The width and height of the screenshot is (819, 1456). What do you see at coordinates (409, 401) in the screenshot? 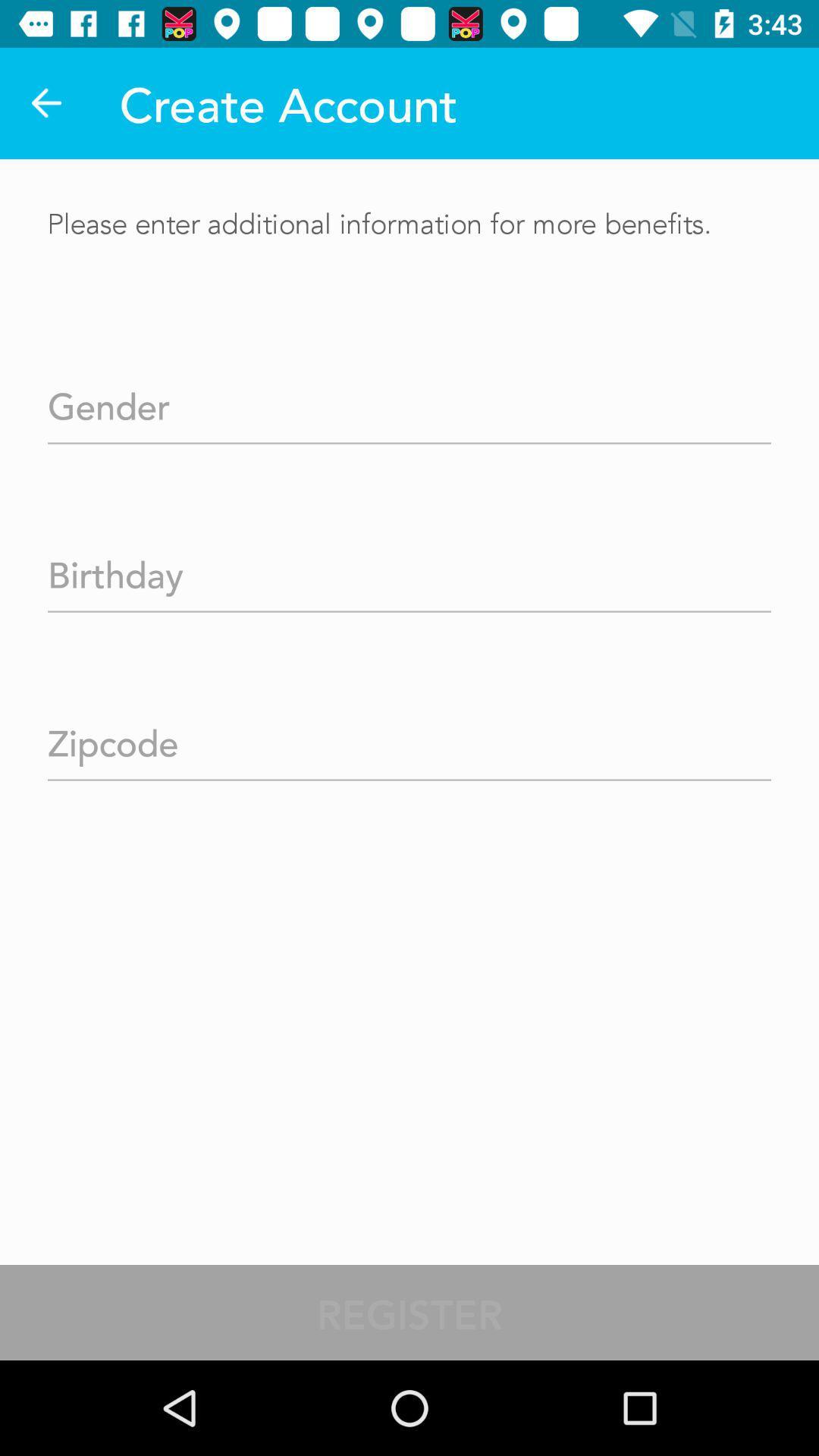
I see `your gender` at bounding box center [409, 401].